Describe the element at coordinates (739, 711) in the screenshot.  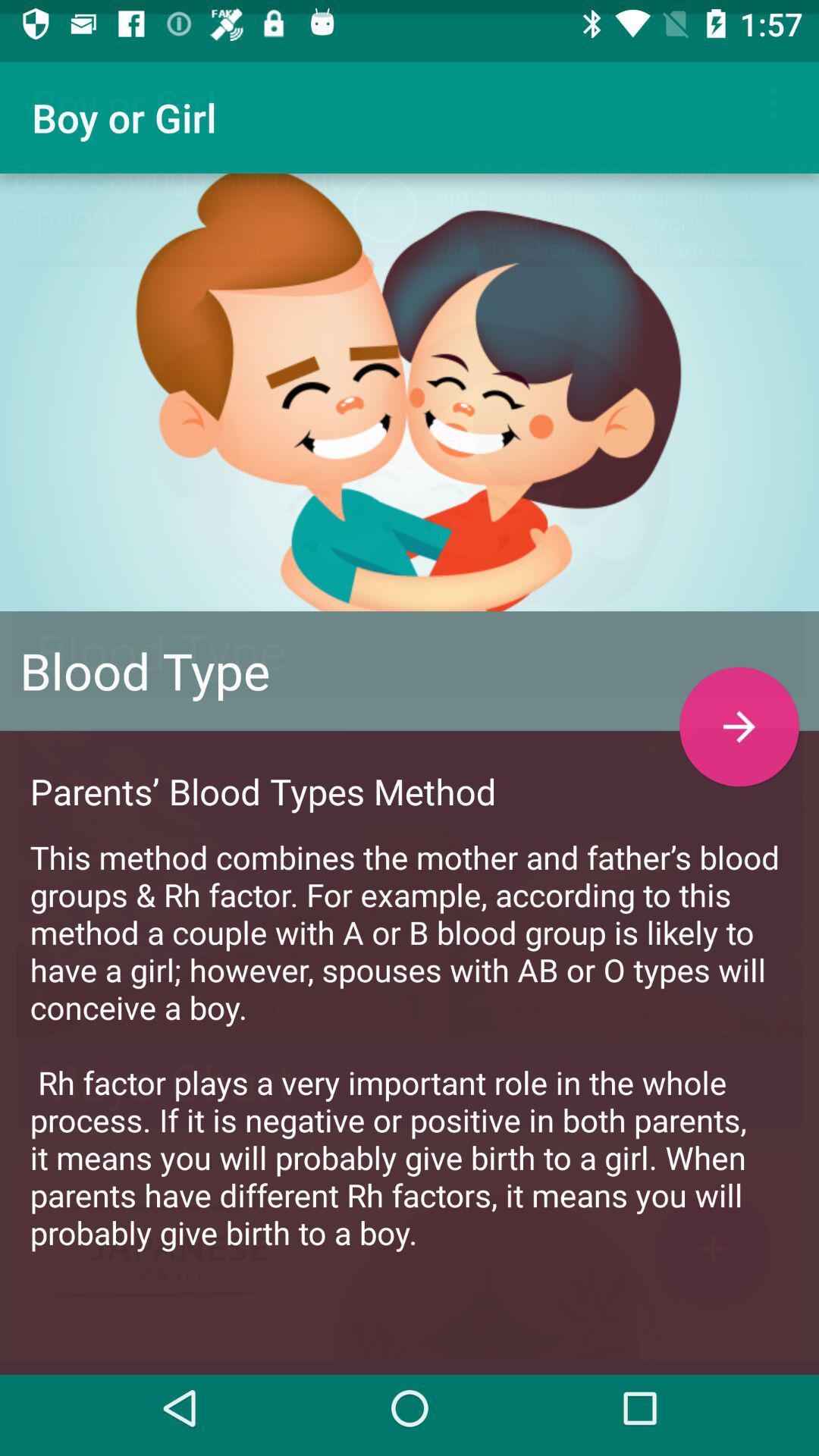
I see `the arrow_forward icon` at that location.